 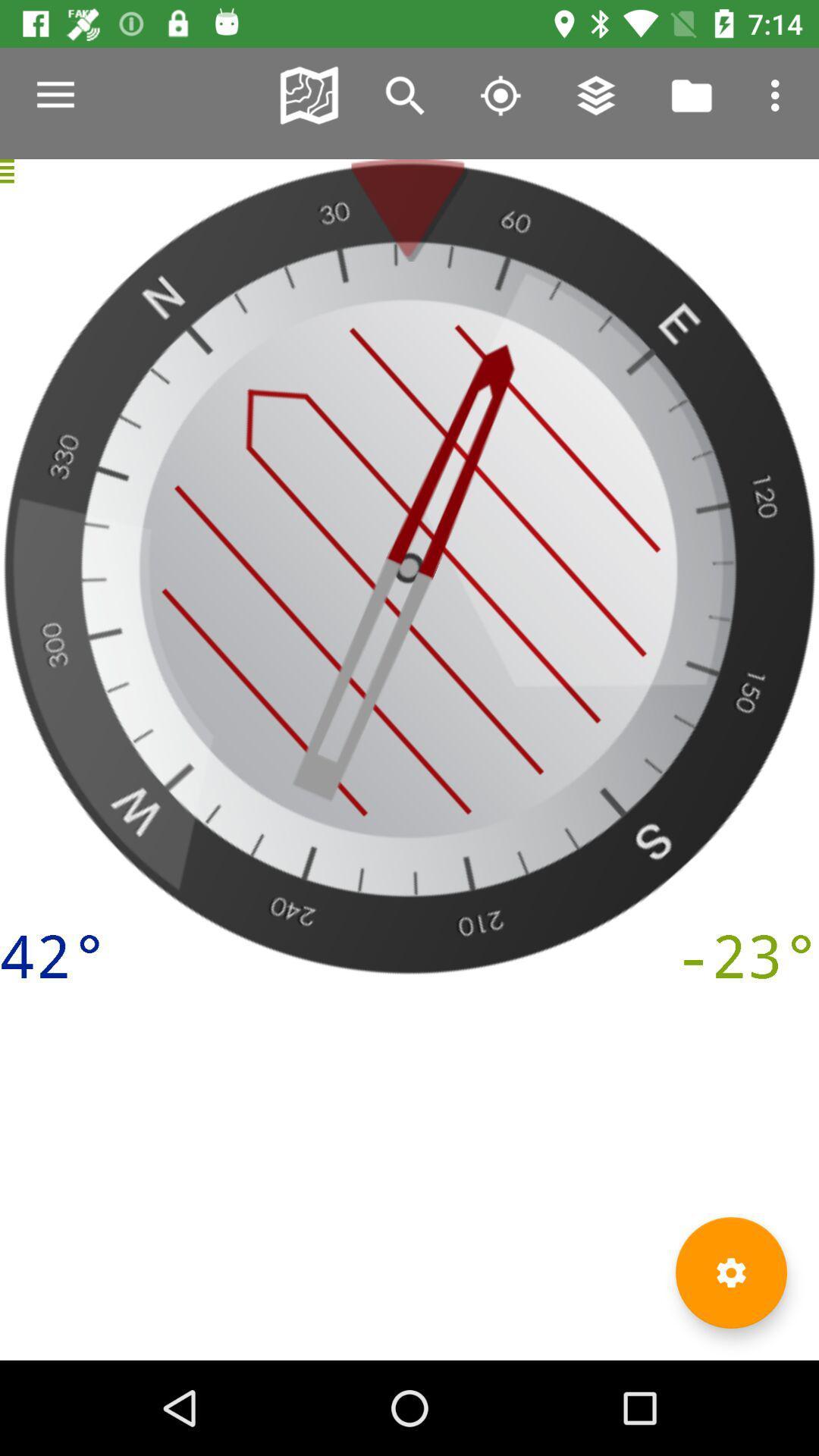 I want to click on settings icon, so click(x=730, y=1272).